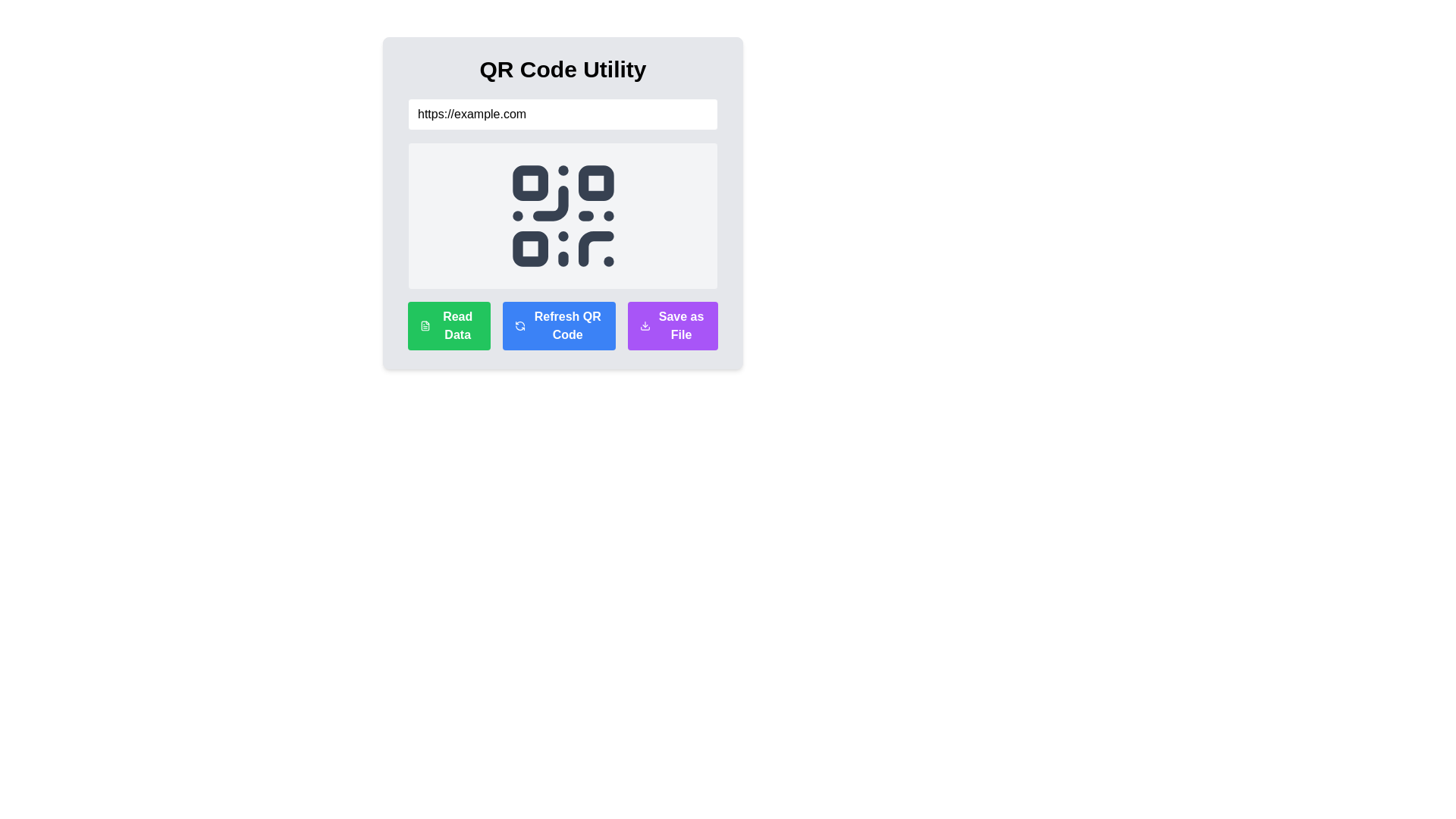 The image size is (1456, 819). Describe the element at coordinates (562, 325) in the screenshot. I see `the refresh button located between the 'Read Data' button and the 'Save as File' button` at that location.